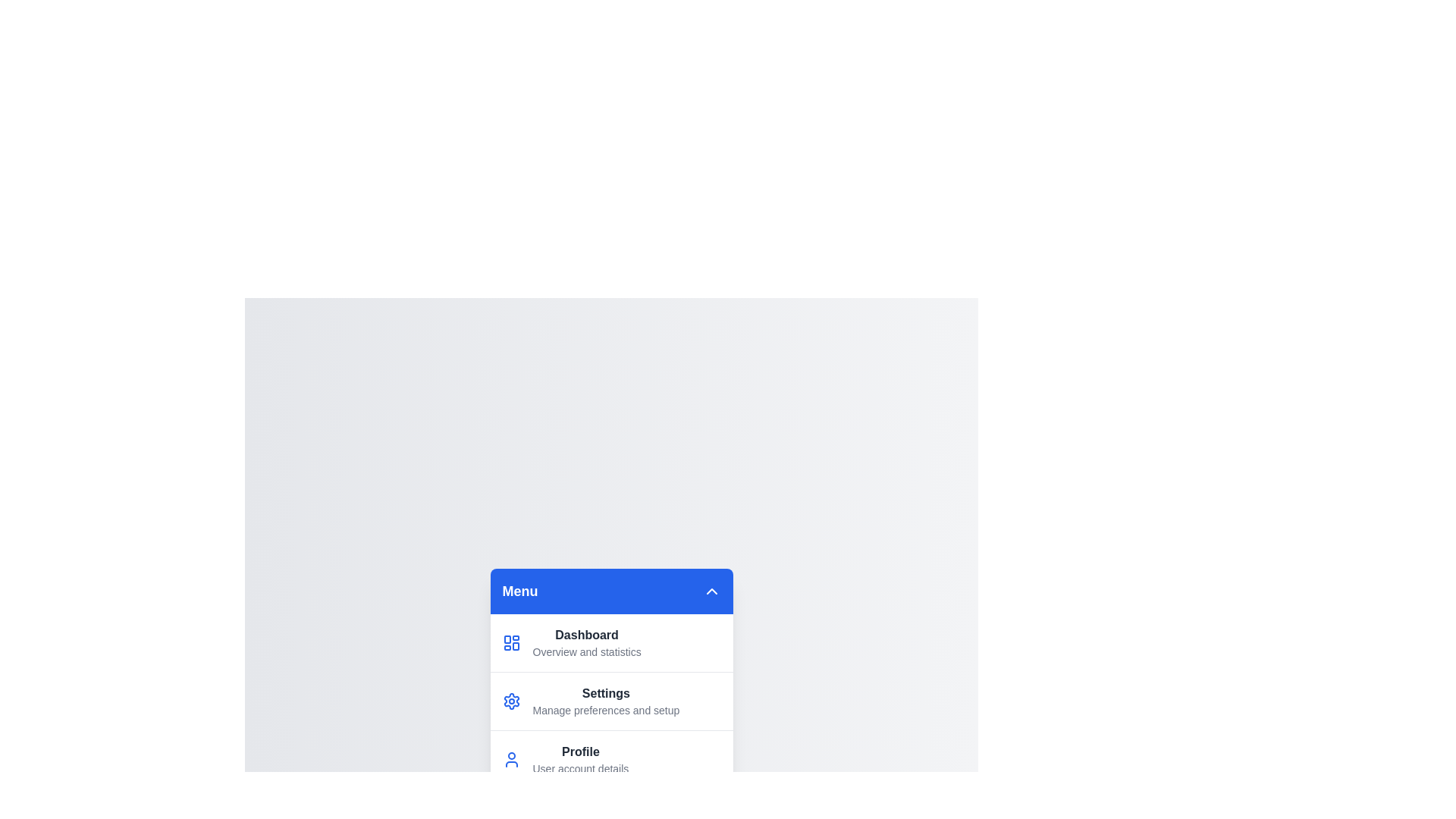  Describe the element at coordinates (611, 701) in the screenshot. I see `the menu item corresponding to Settings` at that location.